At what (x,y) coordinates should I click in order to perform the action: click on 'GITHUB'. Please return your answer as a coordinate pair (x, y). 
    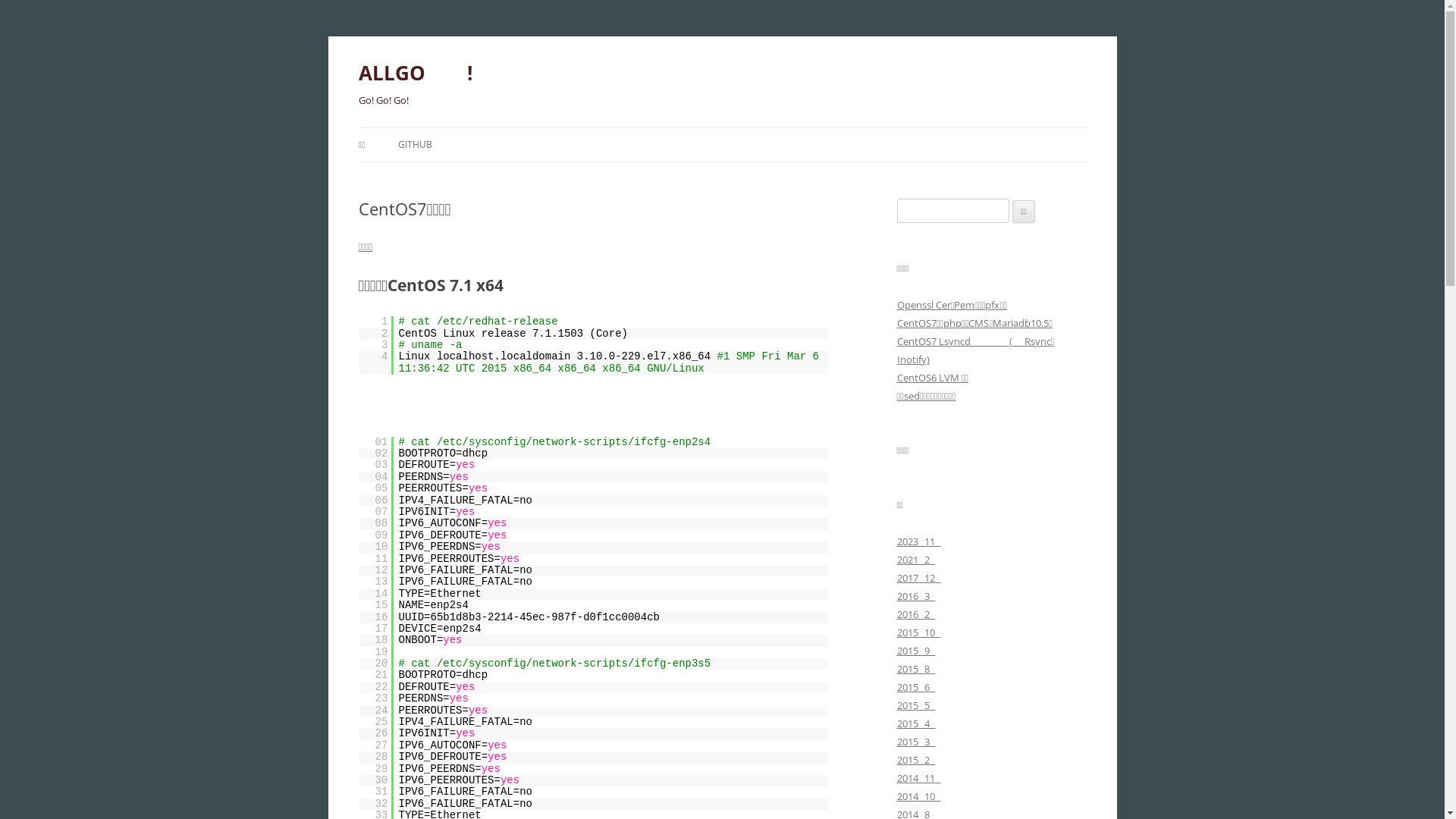
    Looking at the image, I should click on (415, 145).